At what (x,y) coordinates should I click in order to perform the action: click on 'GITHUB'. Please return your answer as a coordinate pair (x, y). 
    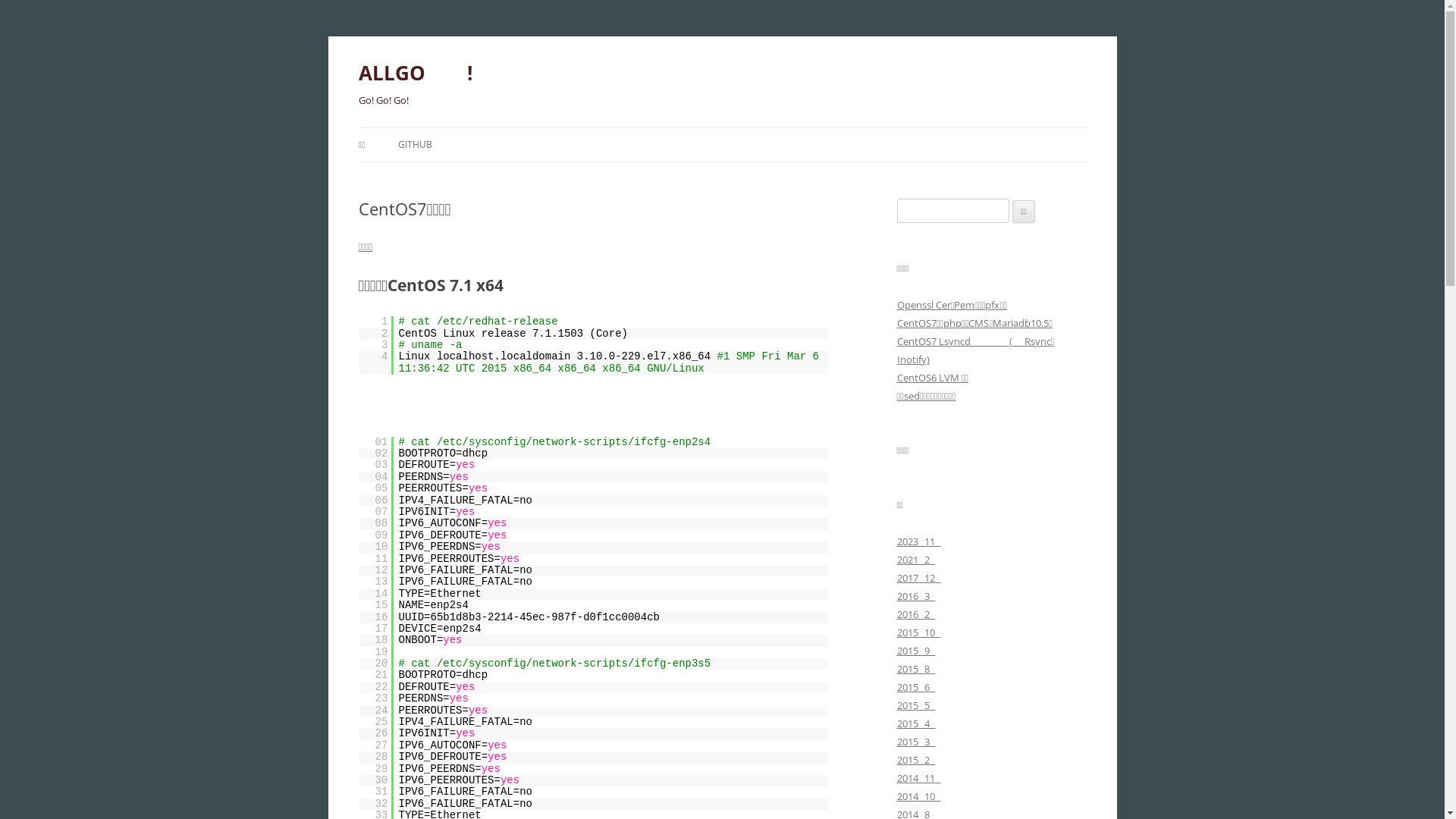
    Looking at the image, I should click on (415, 145).